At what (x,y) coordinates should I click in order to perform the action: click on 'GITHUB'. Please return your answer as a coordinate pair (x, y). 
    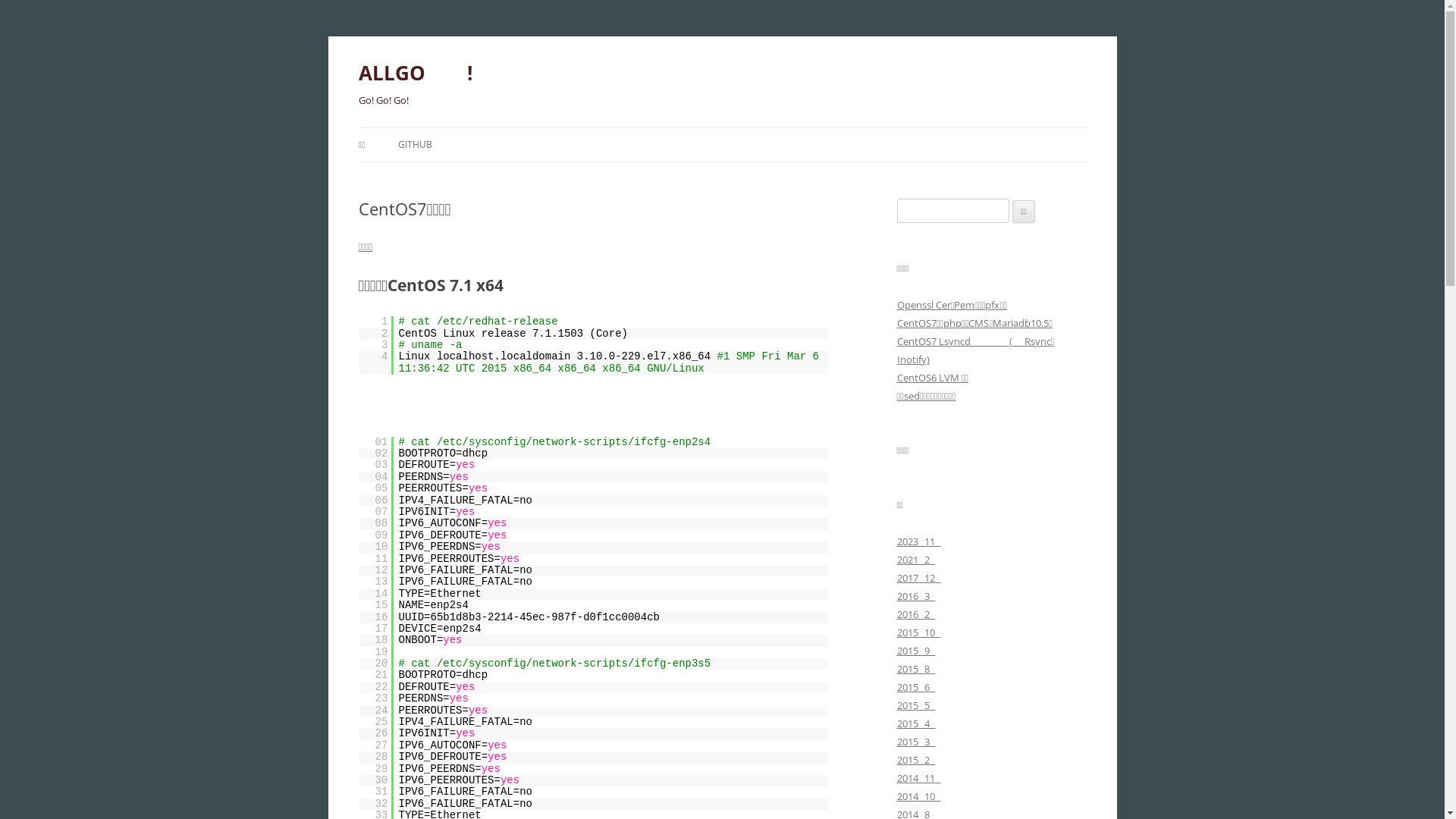
    Looking at the image, I should click on (415, 145).